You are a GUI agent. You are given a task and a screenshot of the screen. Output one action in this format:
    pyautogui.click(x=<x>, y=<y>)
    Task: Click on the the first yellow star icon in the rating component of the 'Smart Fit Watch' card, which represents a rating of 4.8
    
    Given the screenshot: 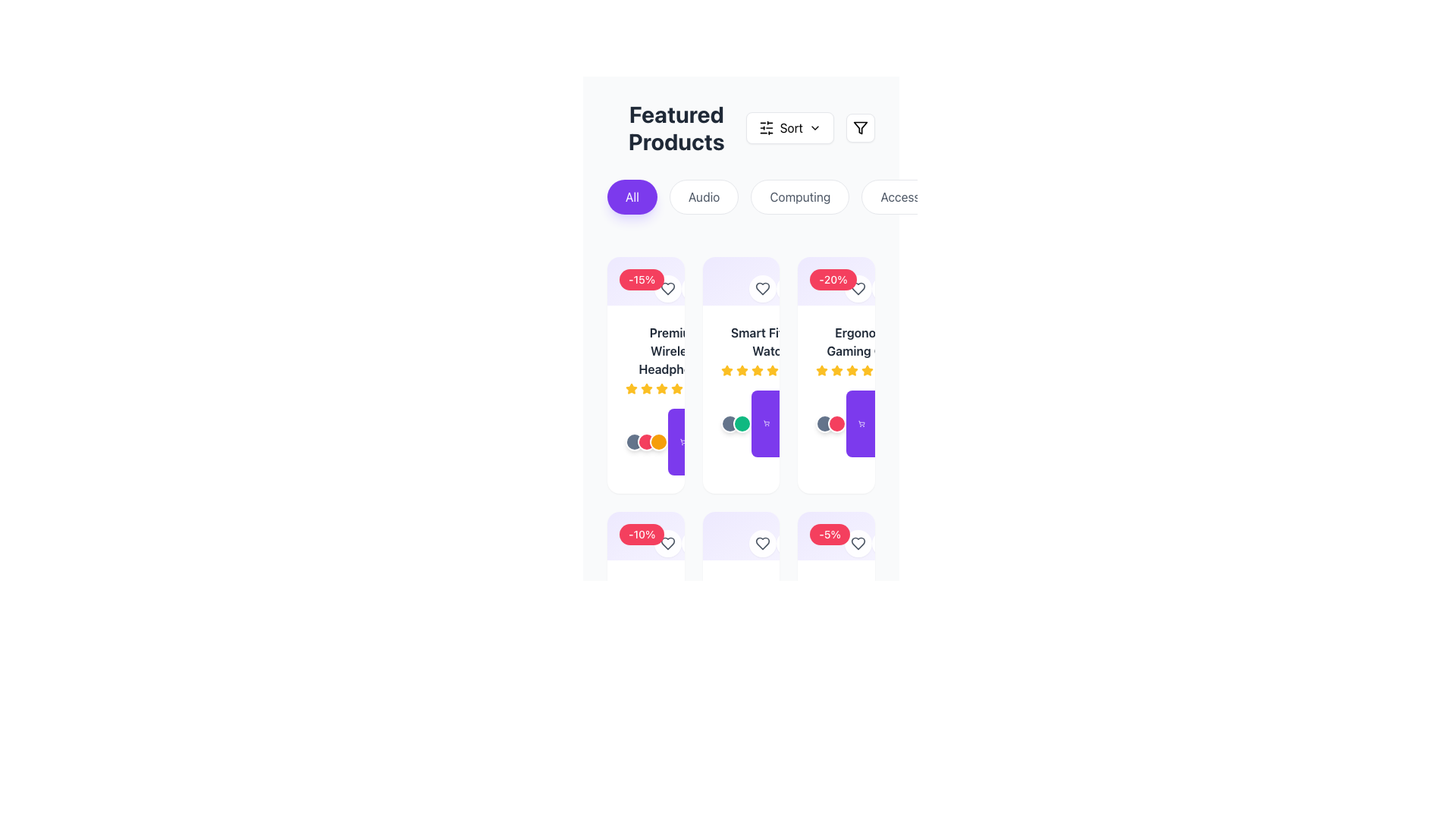 What is the action you would take?
    pyautogui.click(x=726, y=371)
    